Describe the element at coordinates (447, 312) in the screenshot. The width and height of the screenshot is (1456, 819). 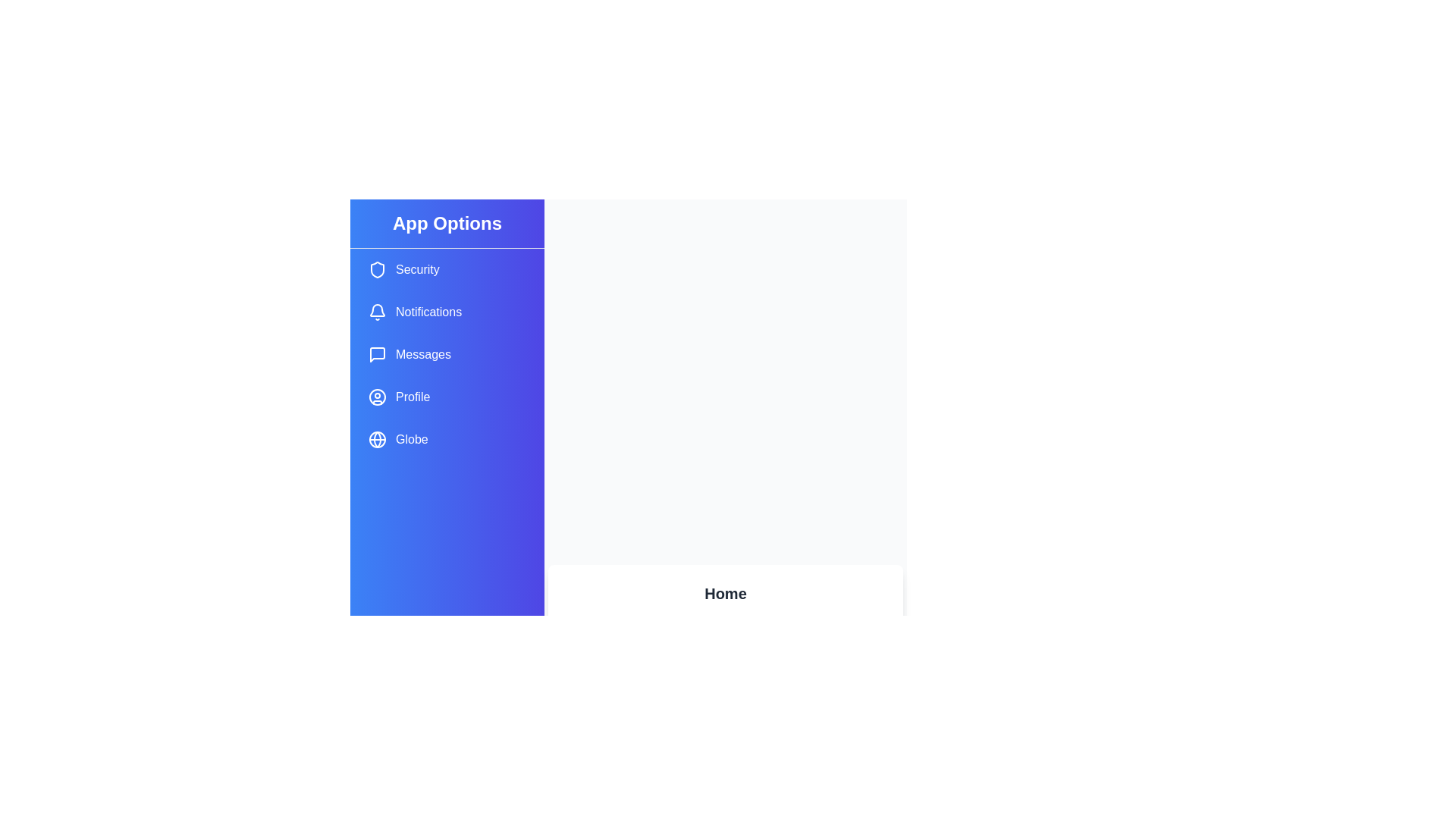
I see `the sidebar item corresponding to Notifications` at that location.